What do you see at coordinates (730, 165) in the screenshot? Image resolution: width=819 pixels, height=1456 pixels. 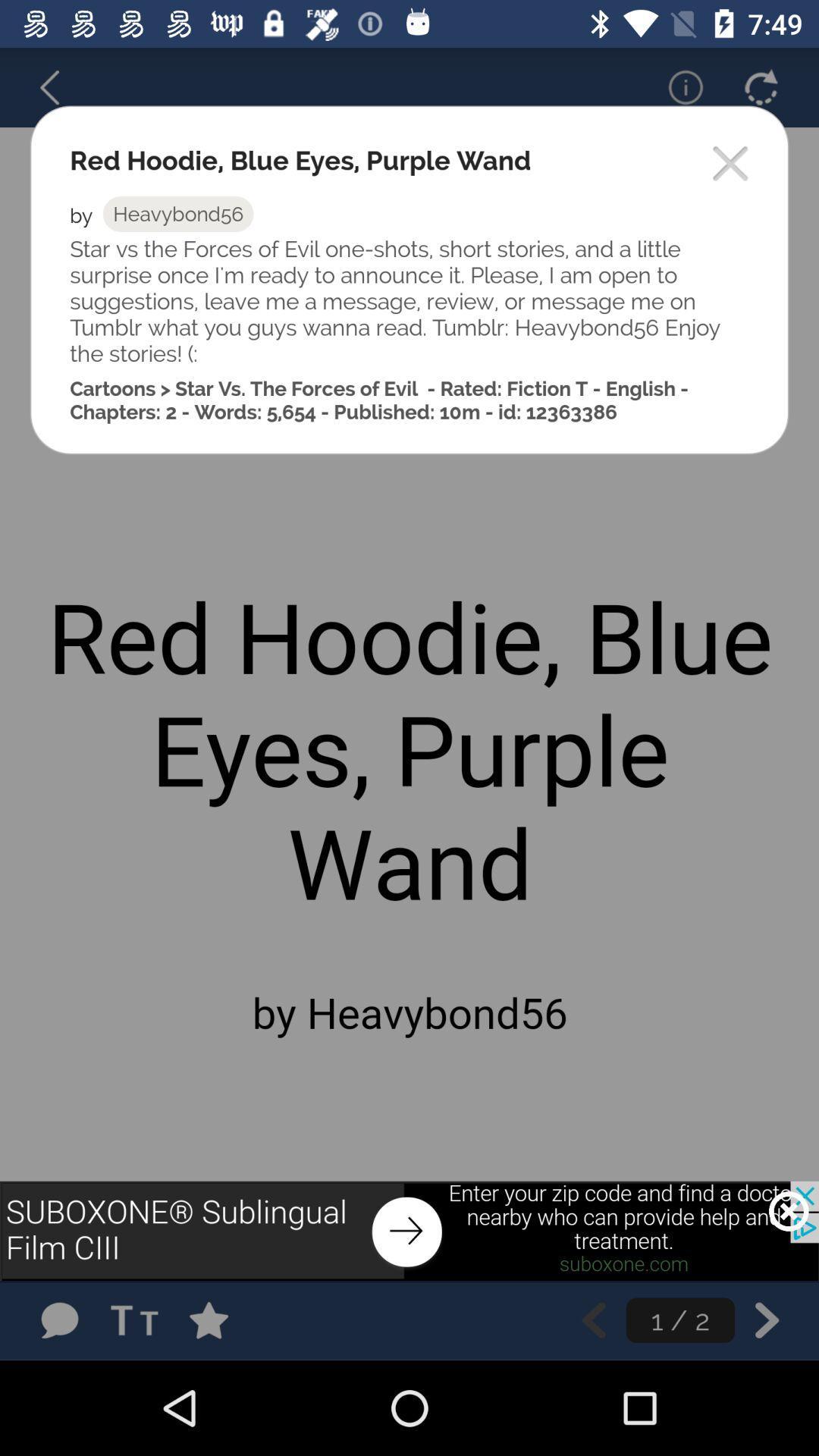 I see `exit` at bounding box center [730, 165].